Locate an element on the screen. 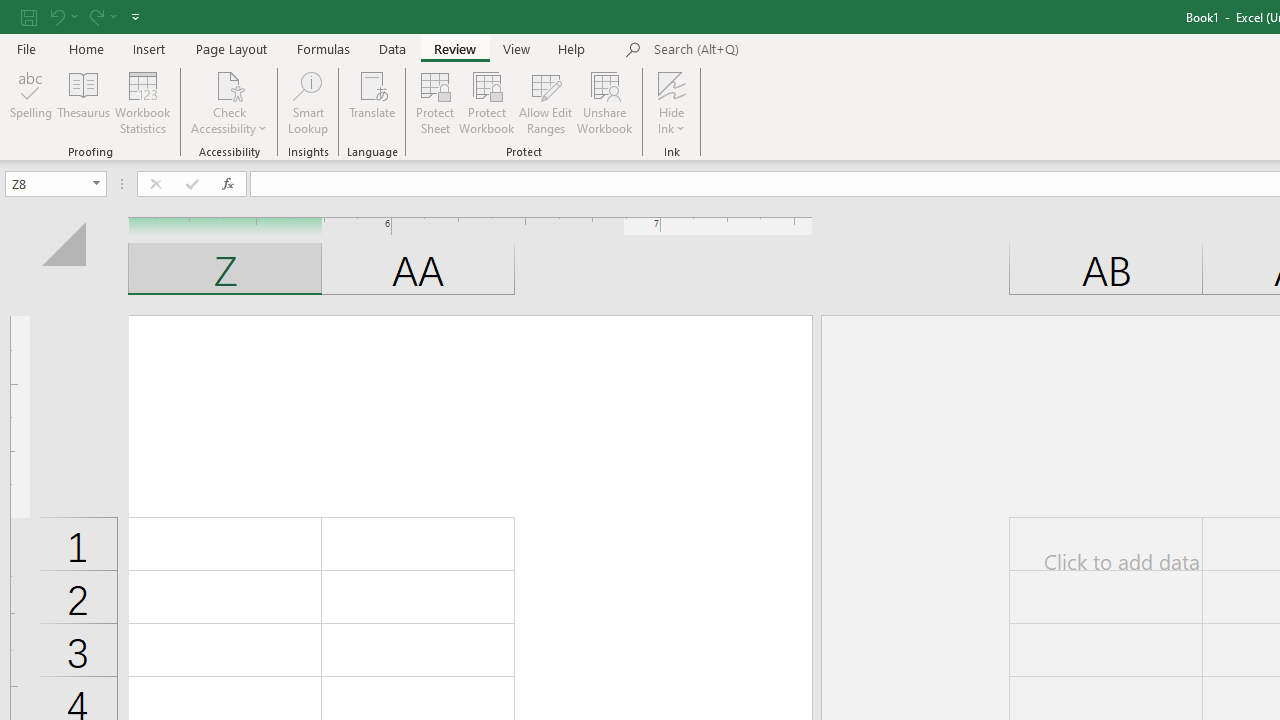 This screenshot has height=720, width=1280. 'Unshare Workbook' is located at coordinates (603, 103).